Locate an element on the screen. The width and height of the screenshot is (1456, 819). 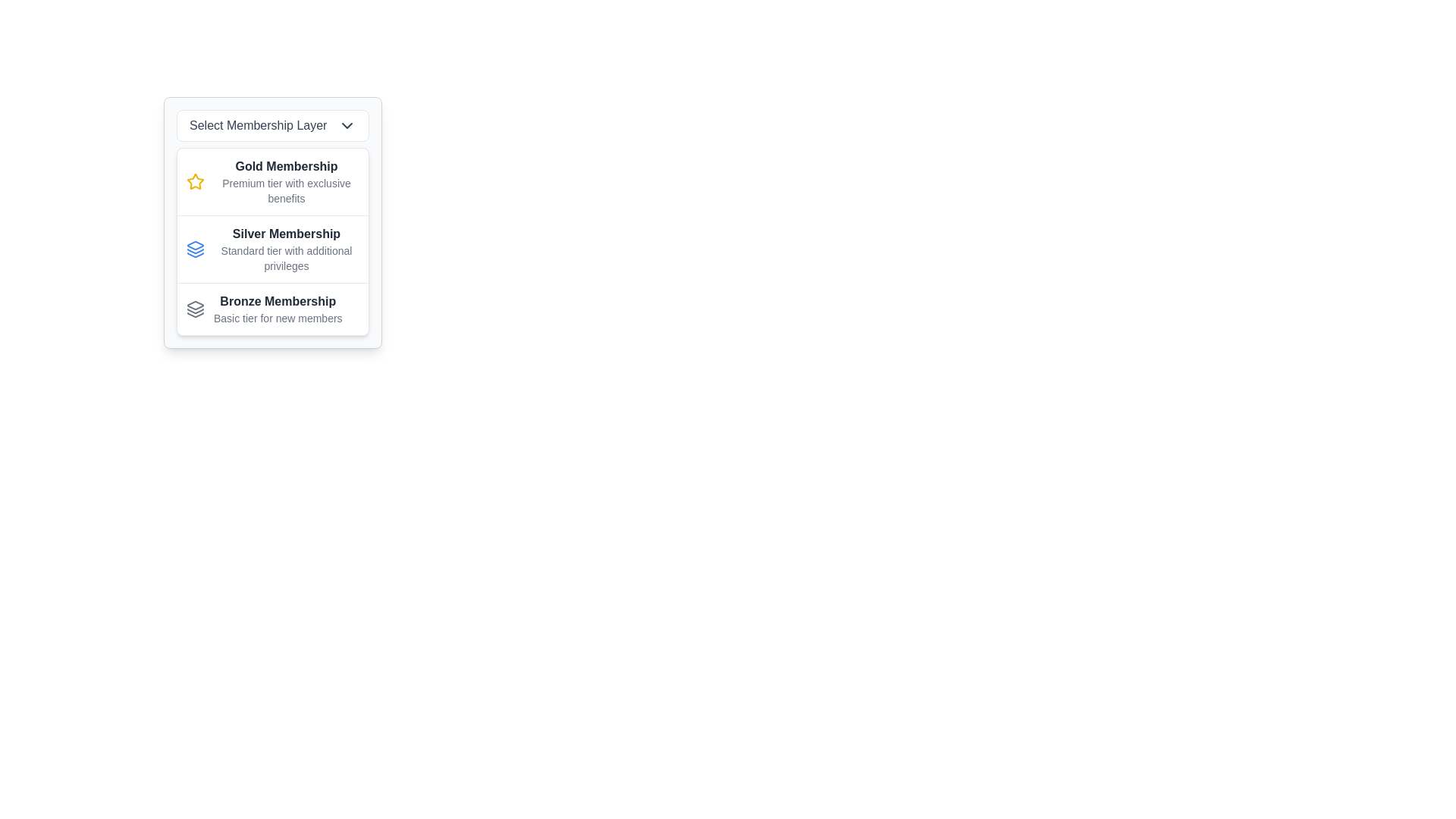
keyboard navigation is located at coordinates (287, 180).